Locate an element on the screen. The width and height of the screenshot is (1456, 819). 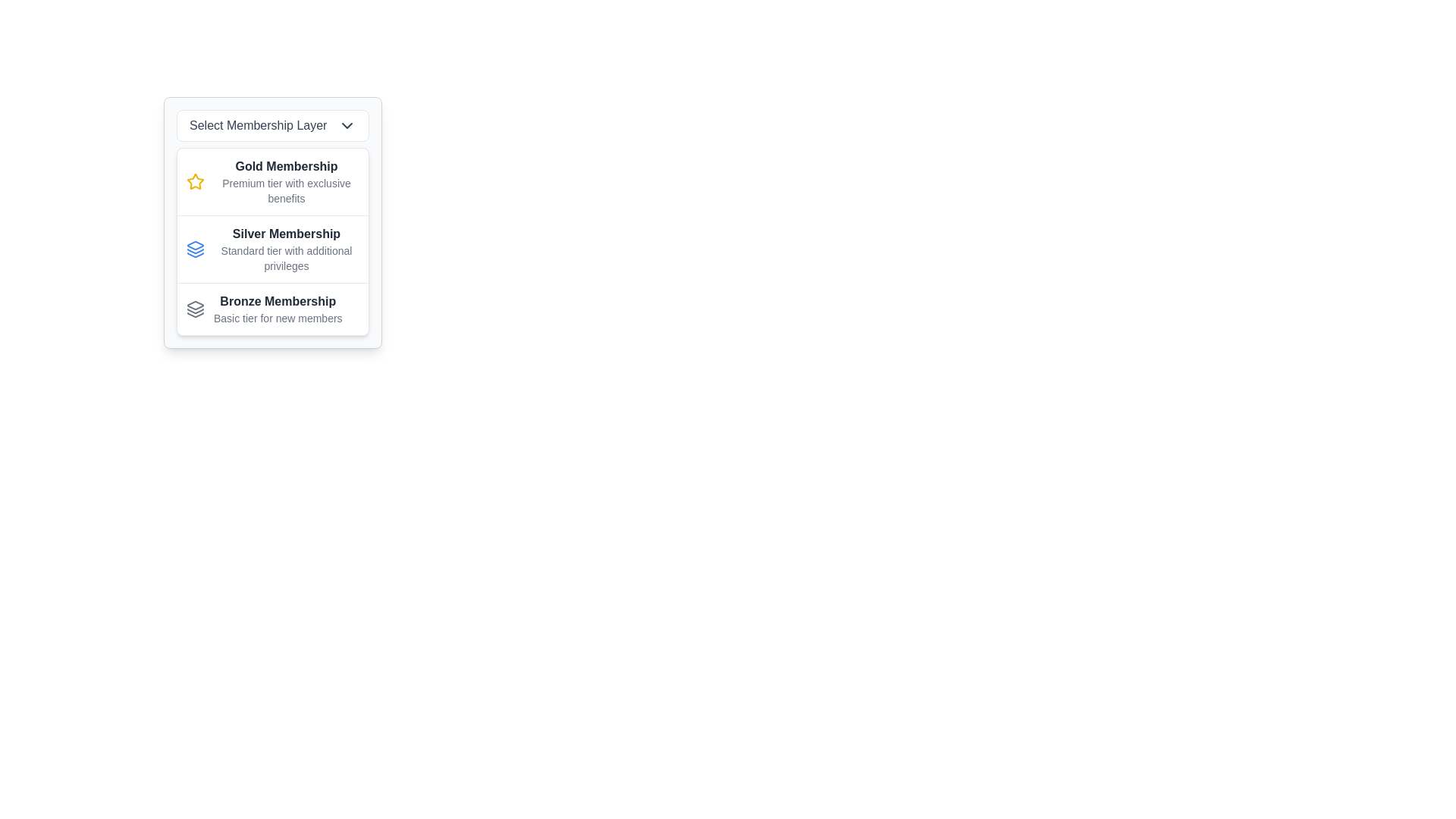
keyboard navigation is located at coordinates (287, 180).